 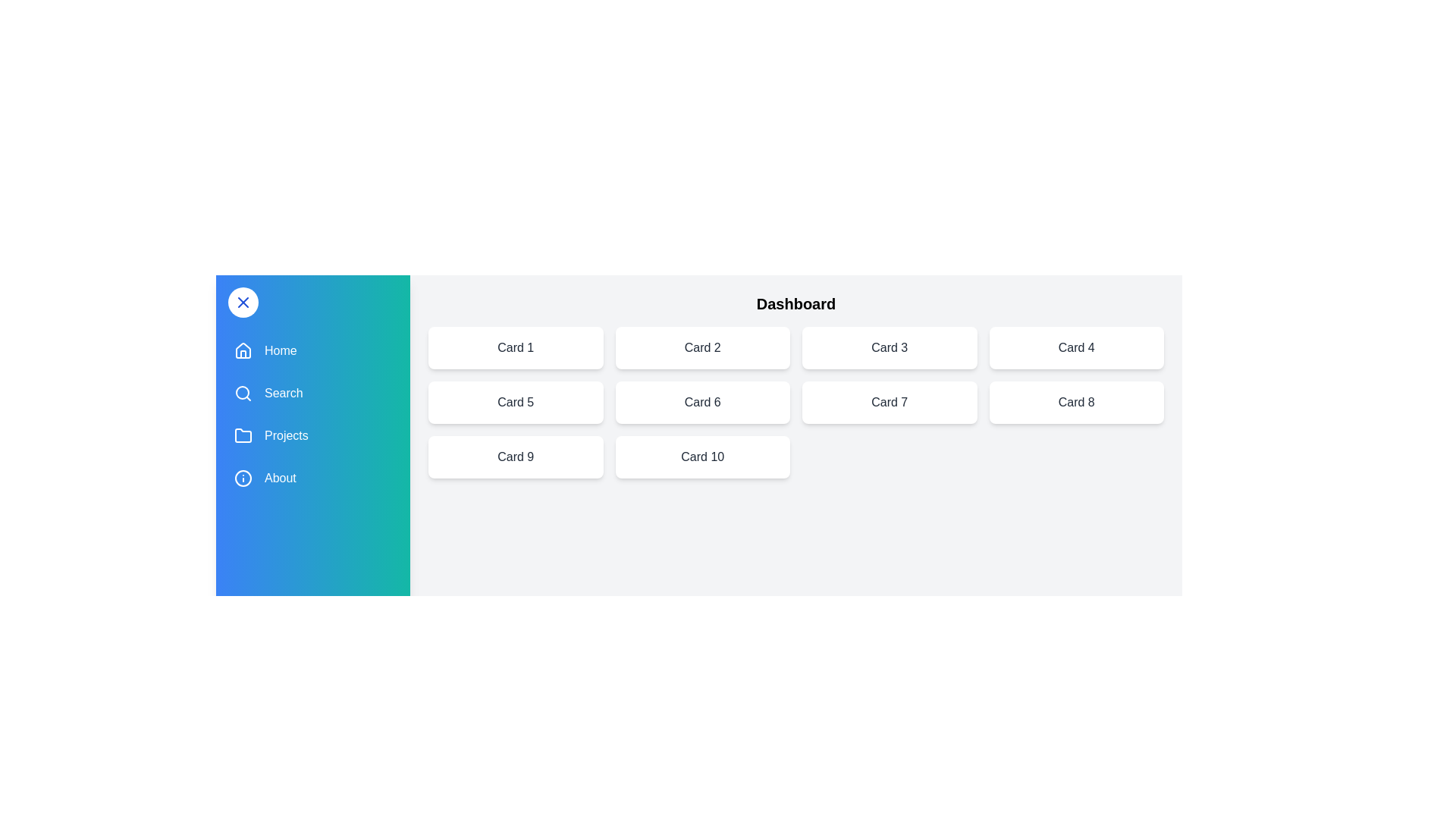 I want to click on the button to toggle the drawer, so click(x=243, y=302).